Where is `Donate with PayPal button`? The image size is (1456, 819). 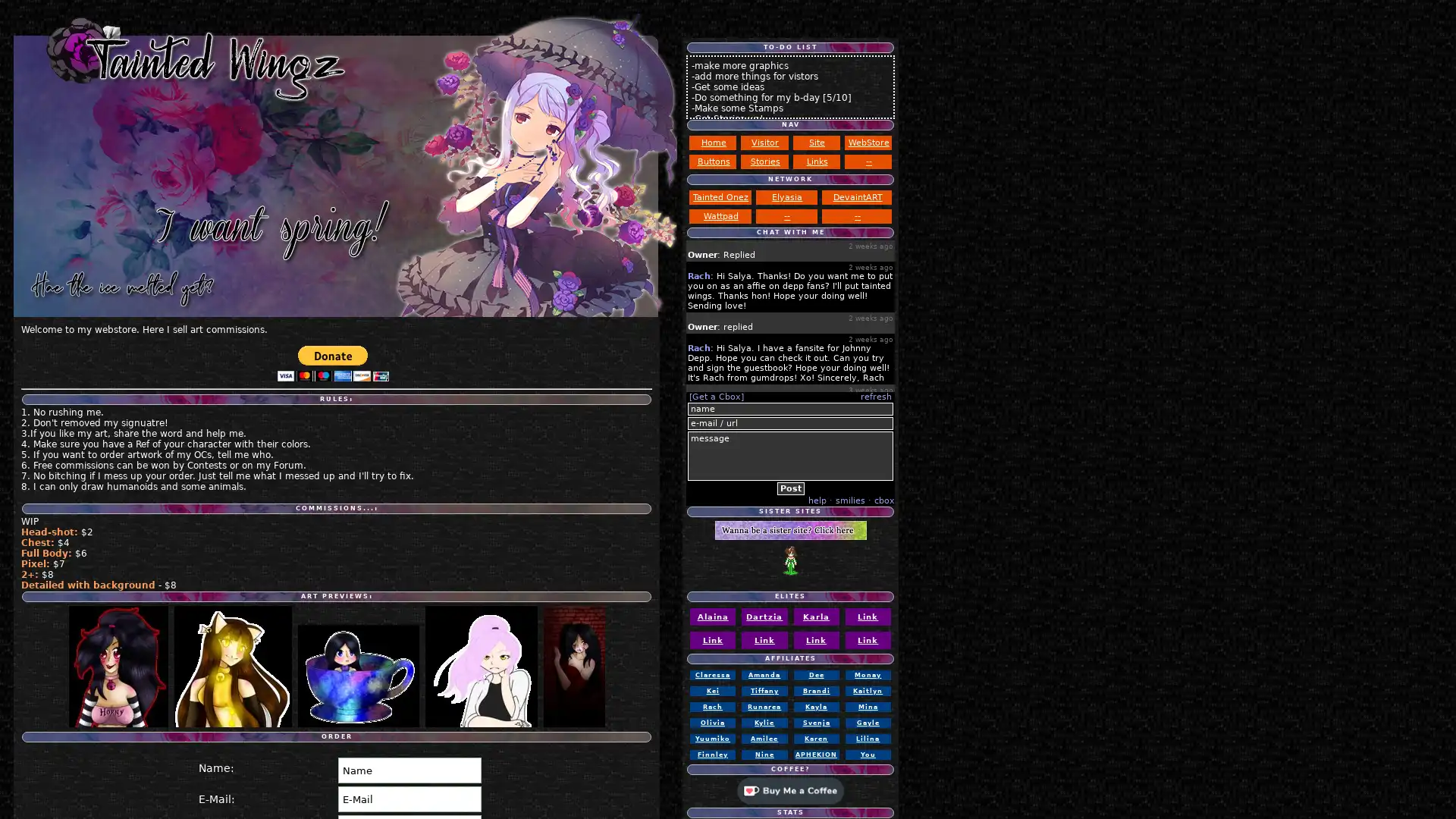
Donate with PayPal button is located at coordinates (332, 363).